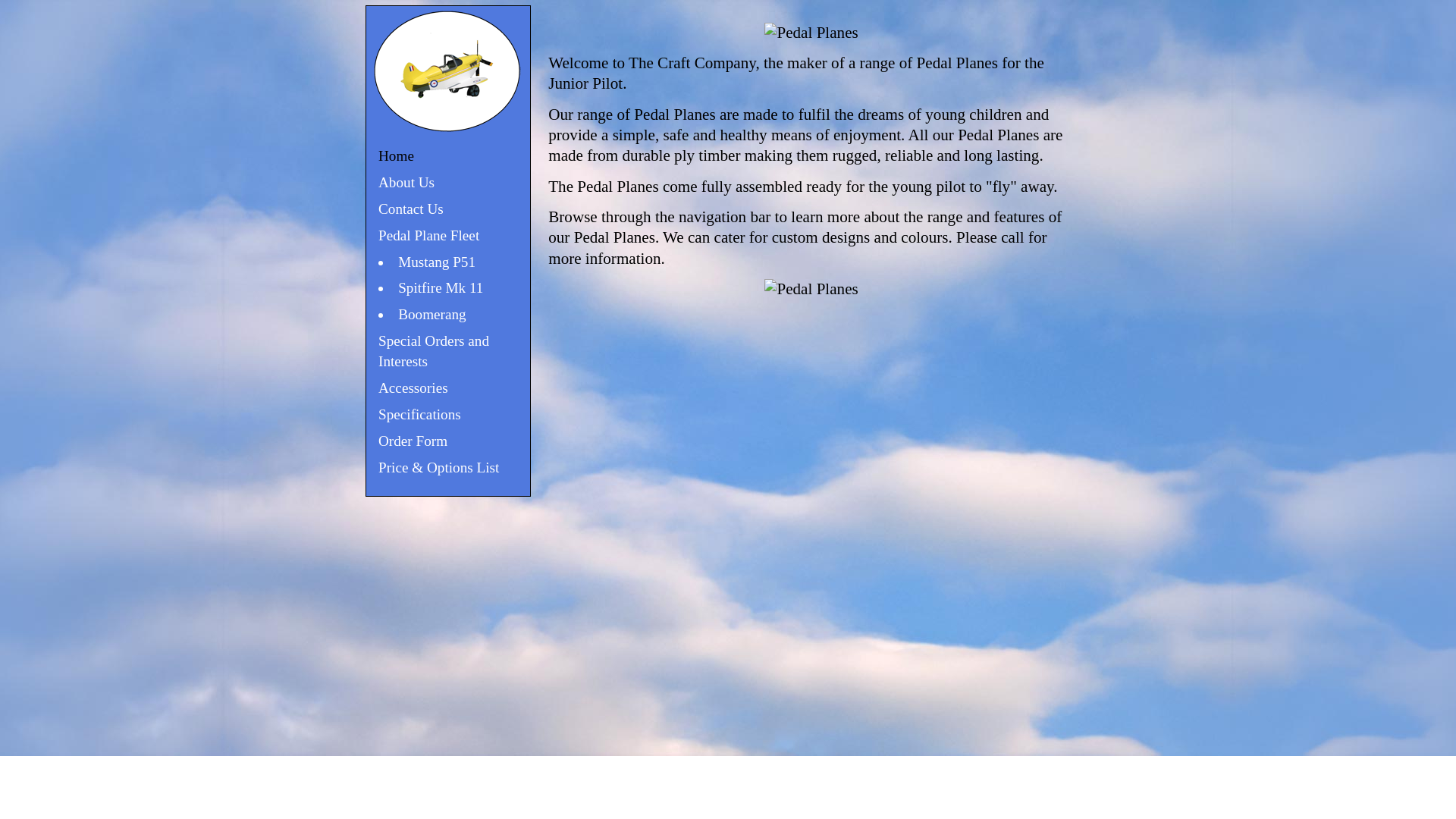  What do you see at coordinates (438, 466) in the screenshot?
I see `'Price & Options List'` at bounding box center [438, 466].